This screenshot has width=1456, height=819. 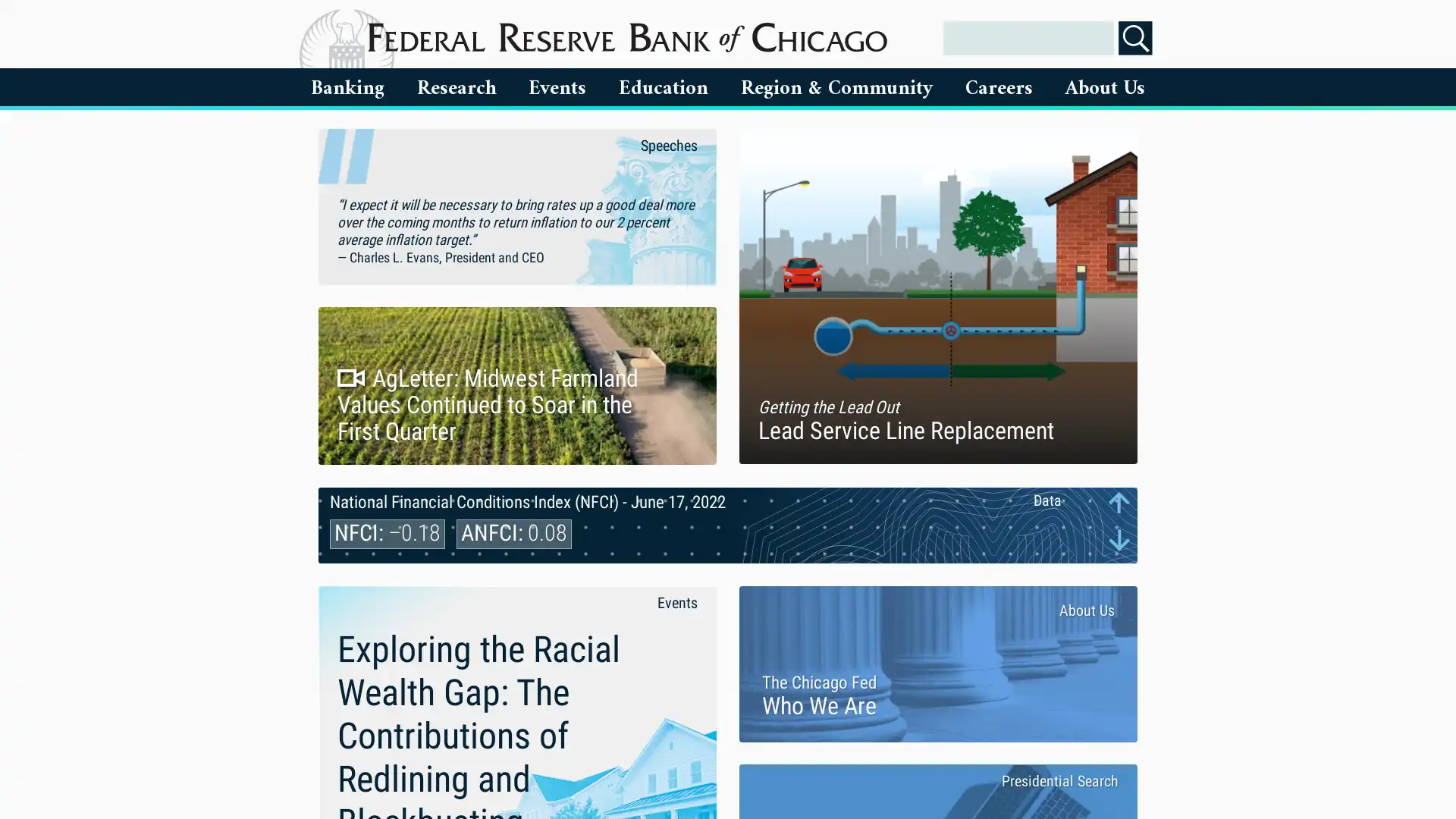 What do you see at coordinates (1119, 502) in the screenshot?
I see `Previous` at bounding box center [1119, 502].